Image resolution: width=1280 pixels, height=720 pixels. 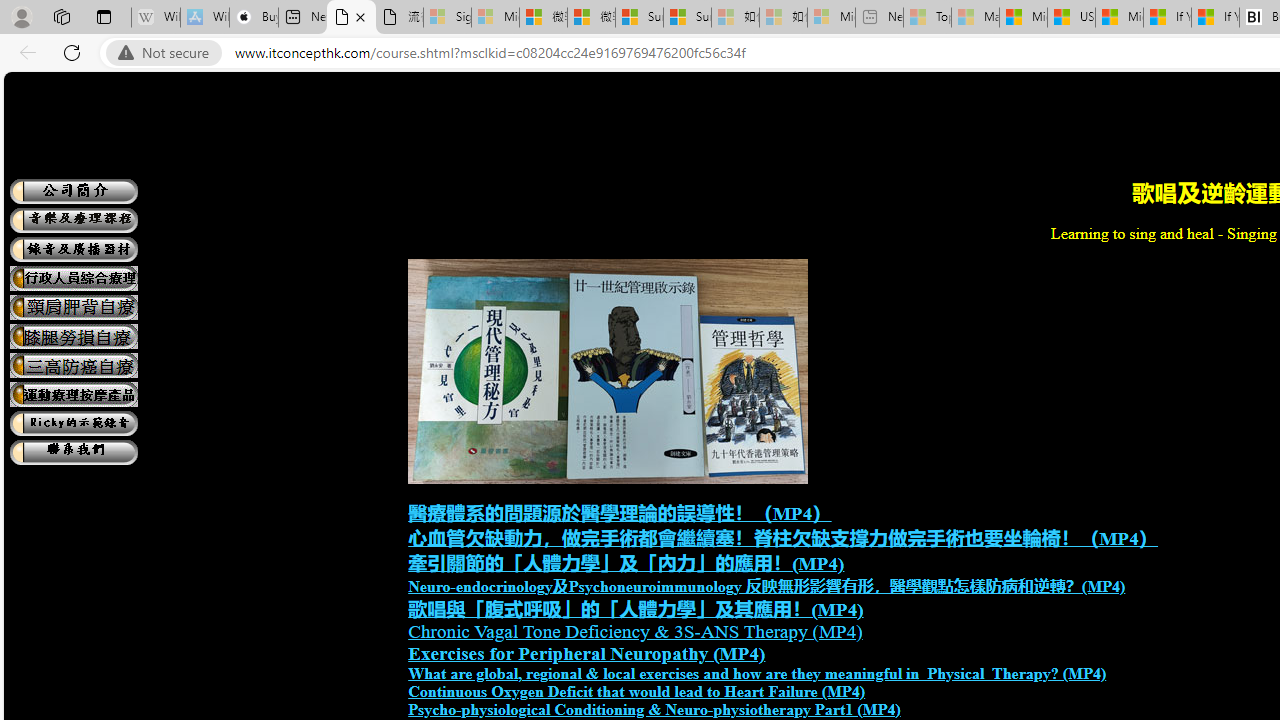 What do you see at coordinates (155, 17) in the screenshot?
I see `'Wikipedia - Sleeping'` at bounding box center [155, 17].